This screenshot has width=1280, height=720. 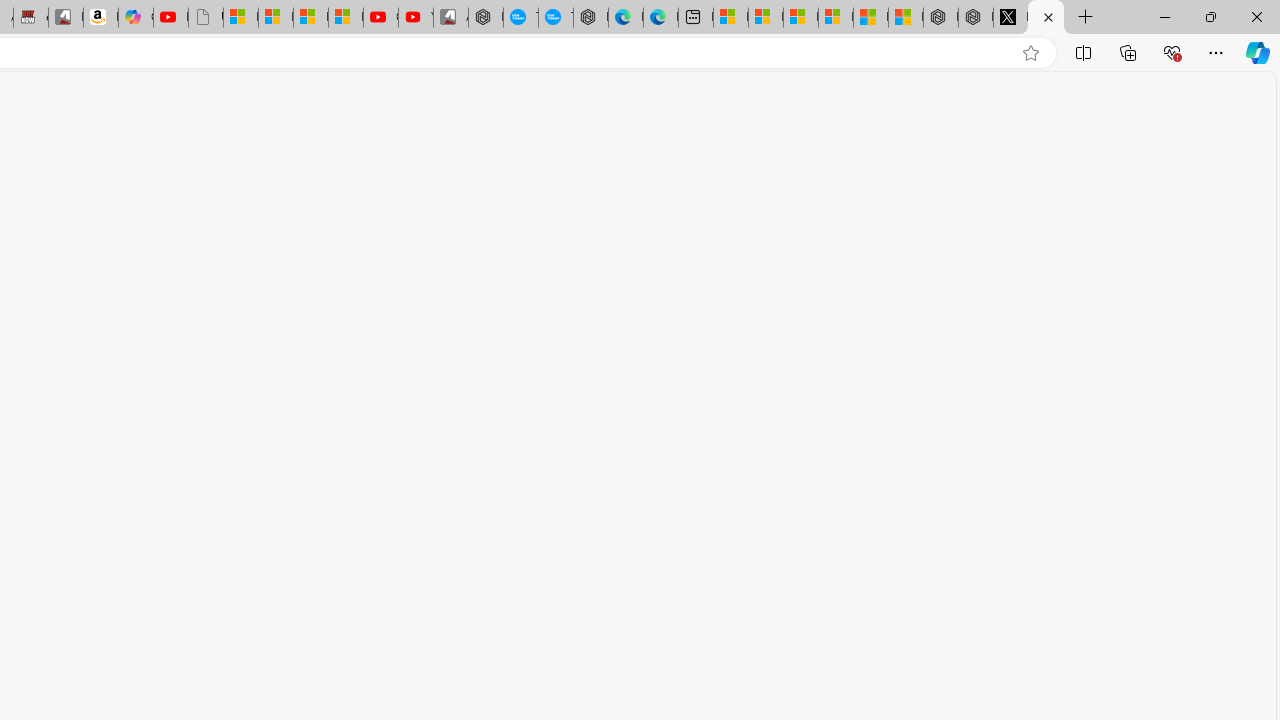 I want to click on 'Nordace (@NordaceOfficial) / X', so click(x=1011, y=17).